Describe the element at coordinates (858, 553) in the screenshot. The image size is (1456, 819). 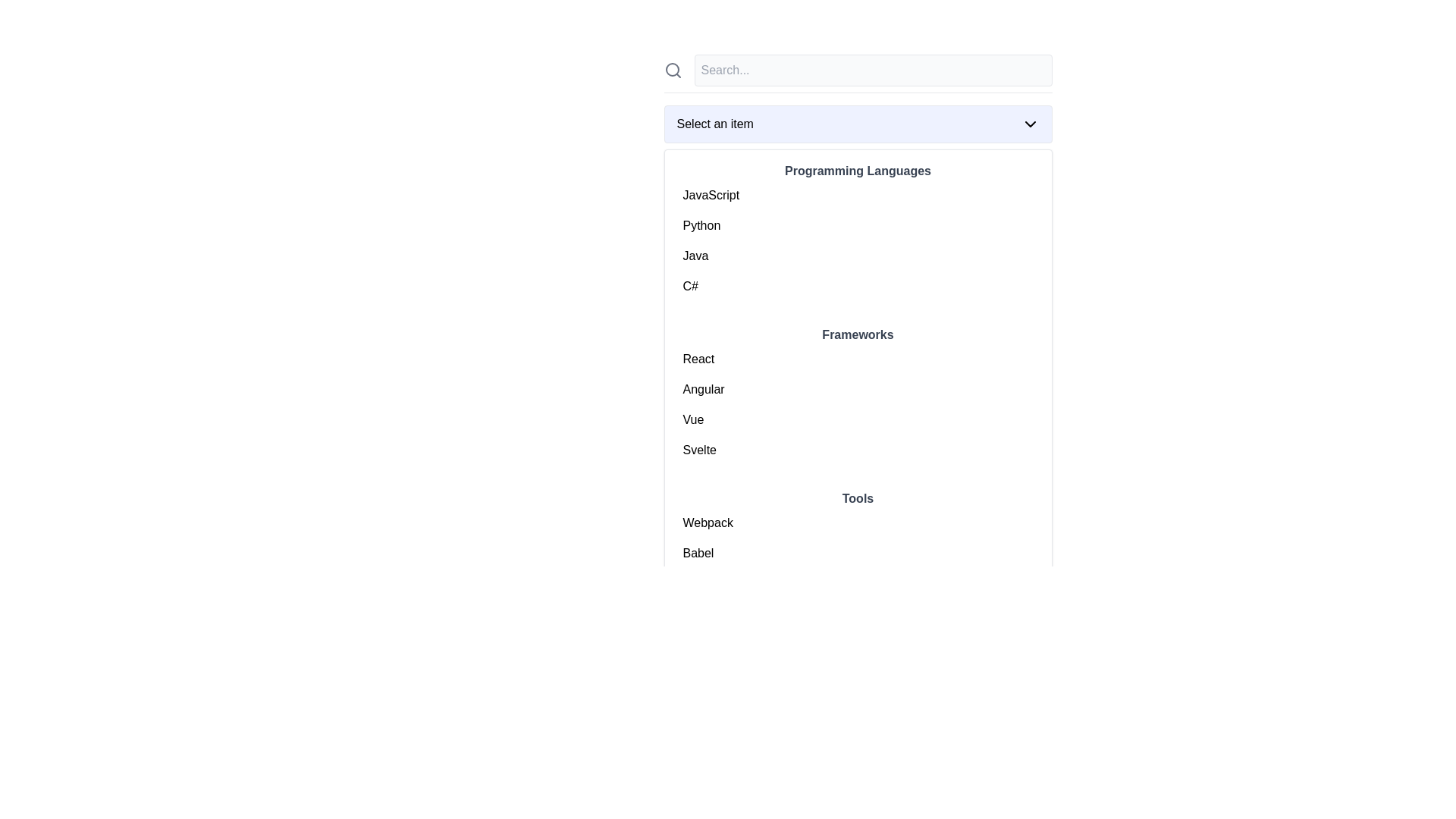
I see `the second item in the Tools list labeled 'Babel'` at that location.